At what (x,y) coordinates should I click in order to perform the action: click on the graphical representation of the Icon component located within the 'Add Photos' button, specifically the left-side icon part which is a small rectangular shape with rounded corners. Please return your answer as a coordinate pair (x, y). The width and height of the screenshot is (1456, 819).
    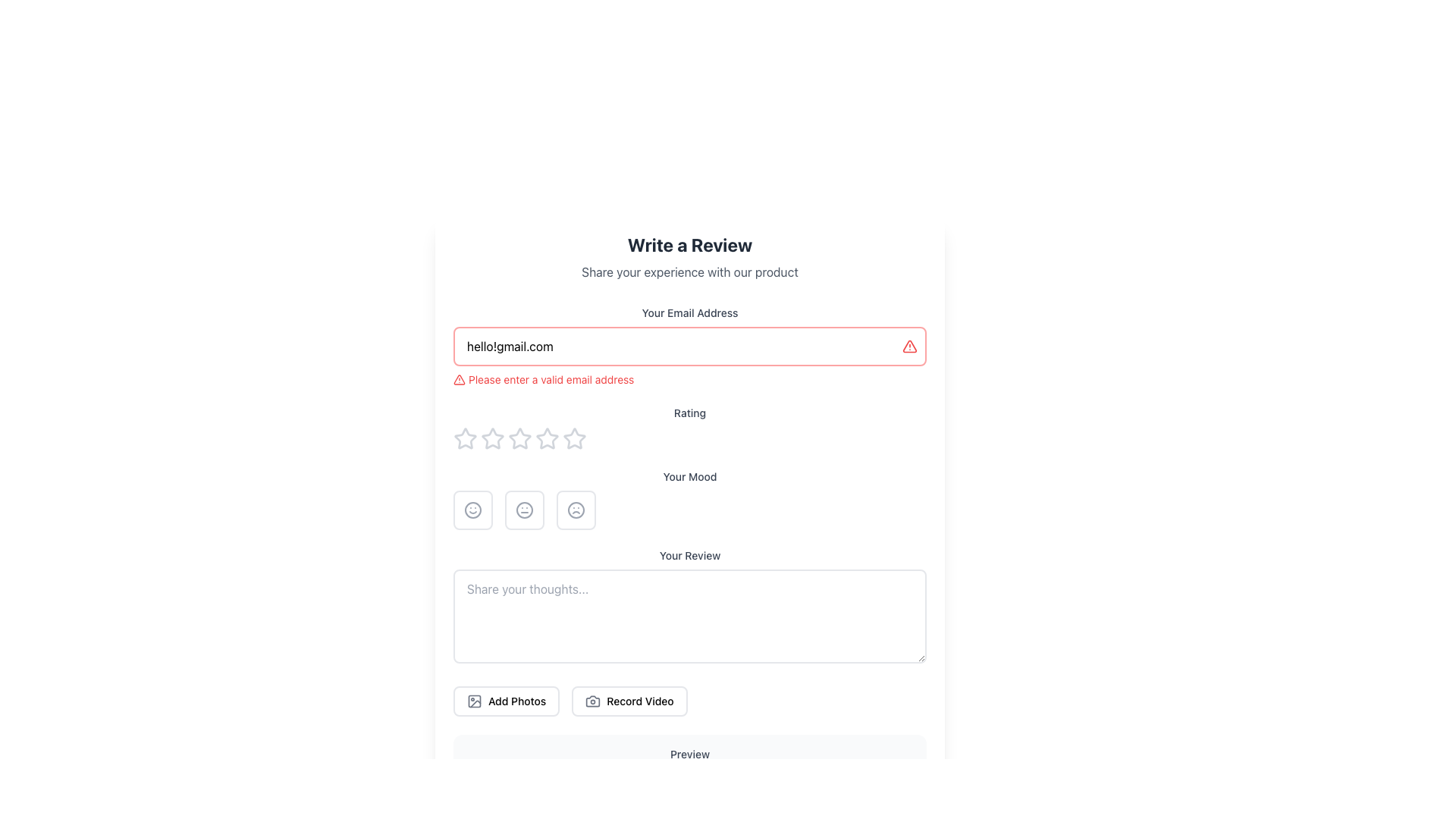
    Looking at the image, I should click on (473, 701).